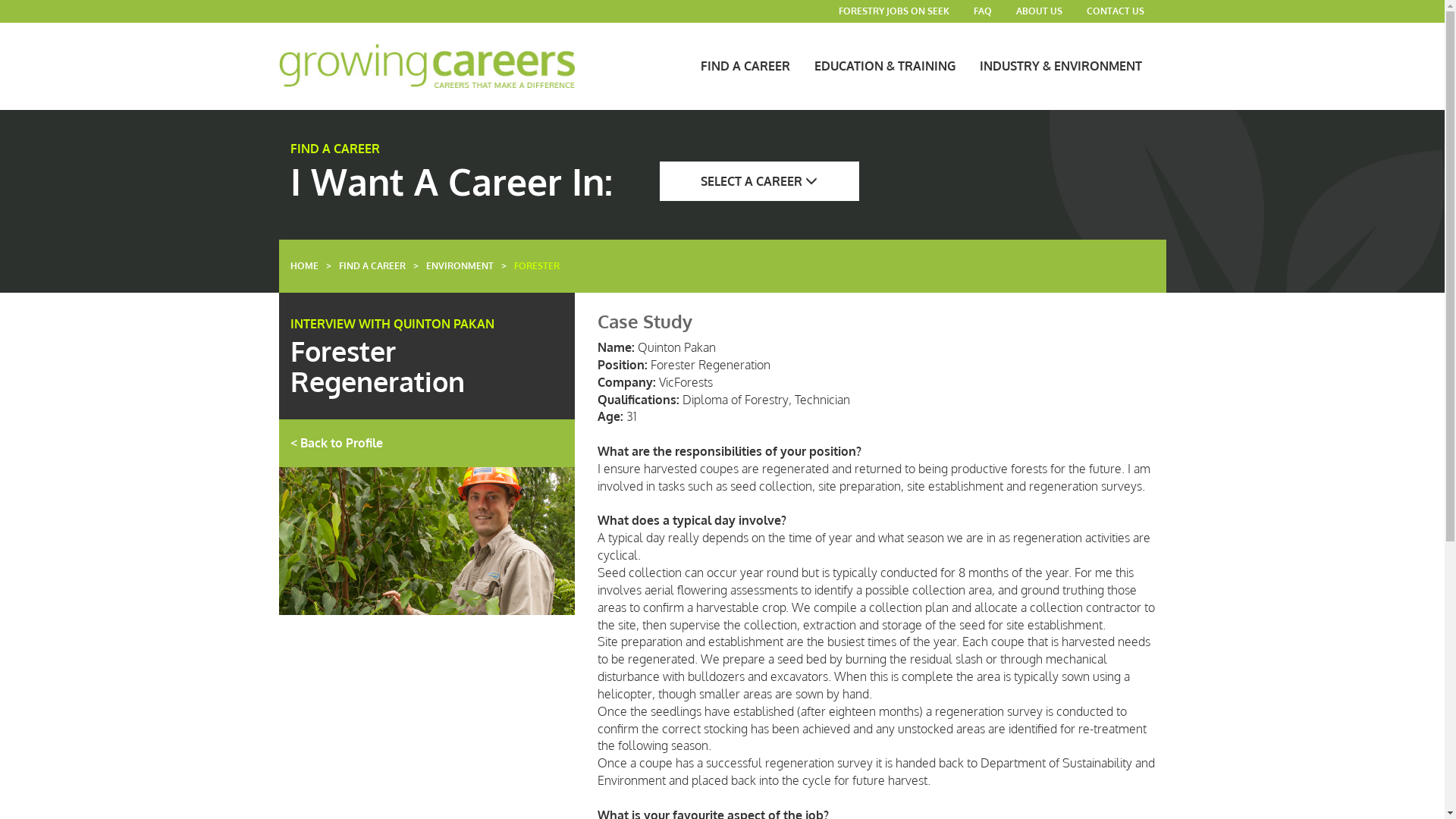 The width and height of the screenshot is (1456, 819). Describe the element at coordinates (337, 265) in the screenshot. I see `'FIND A CAREER'` at that location.